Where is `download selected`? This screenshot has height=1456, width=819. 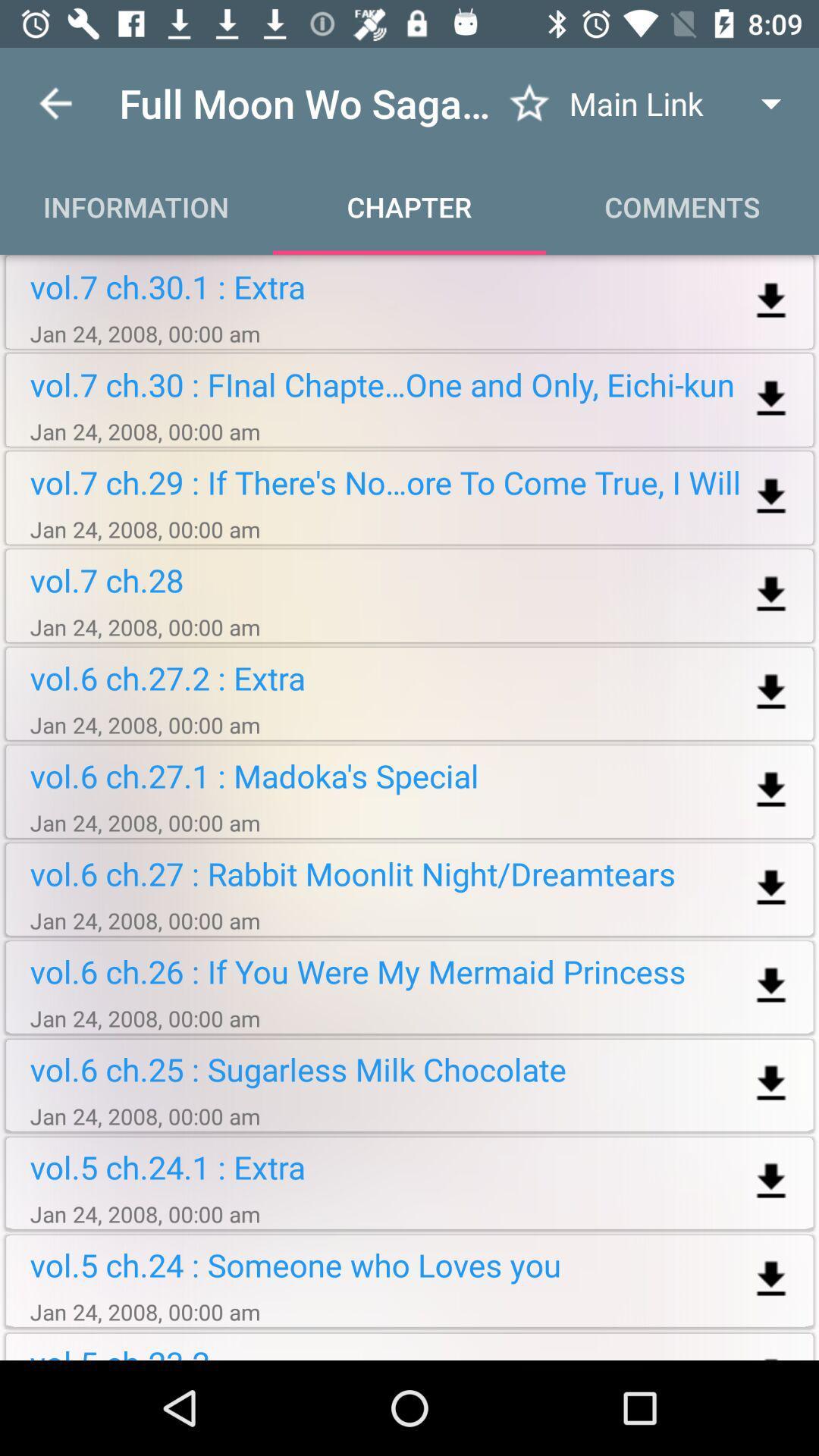 download selected is located at coordinates (771, 789).